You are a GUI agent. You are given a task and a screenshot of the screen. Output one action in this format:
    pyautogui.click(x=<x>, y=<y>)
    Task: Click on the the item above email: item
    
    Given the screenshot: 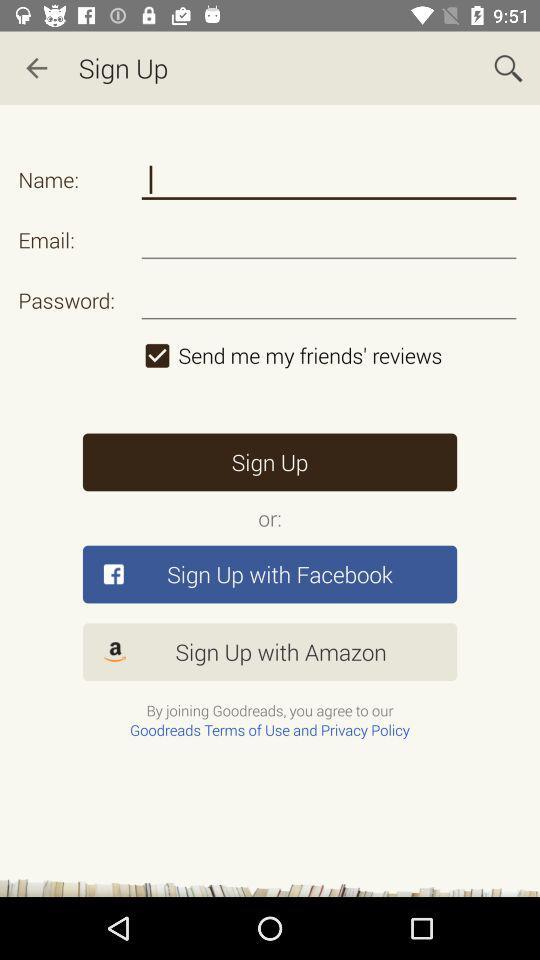 What is the action you would take?
    pyautogui.click(x=329, y=179)
    